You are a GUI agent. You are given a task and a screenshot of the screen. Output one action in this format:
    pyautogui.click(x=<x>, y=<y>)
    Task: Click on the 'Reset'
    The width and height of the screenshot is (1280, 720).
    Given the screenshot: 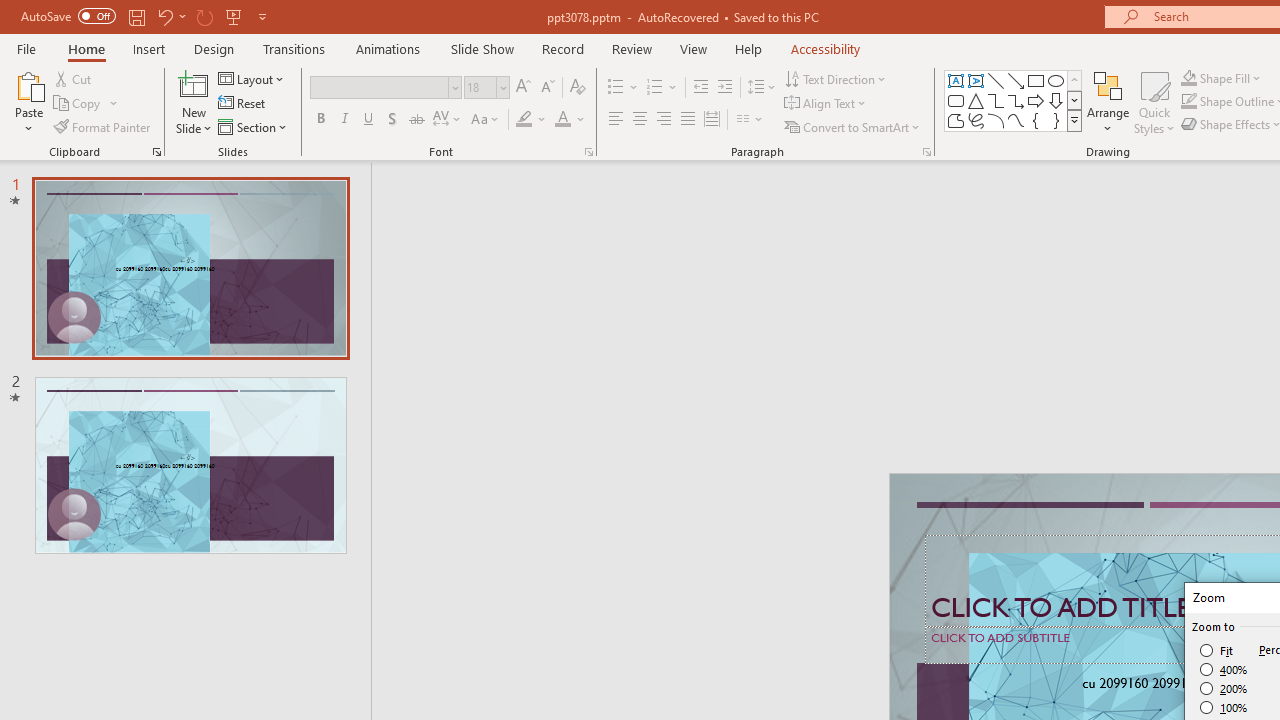 What is the action you would take?
    pyautogui.click(x=242, y=103)
    